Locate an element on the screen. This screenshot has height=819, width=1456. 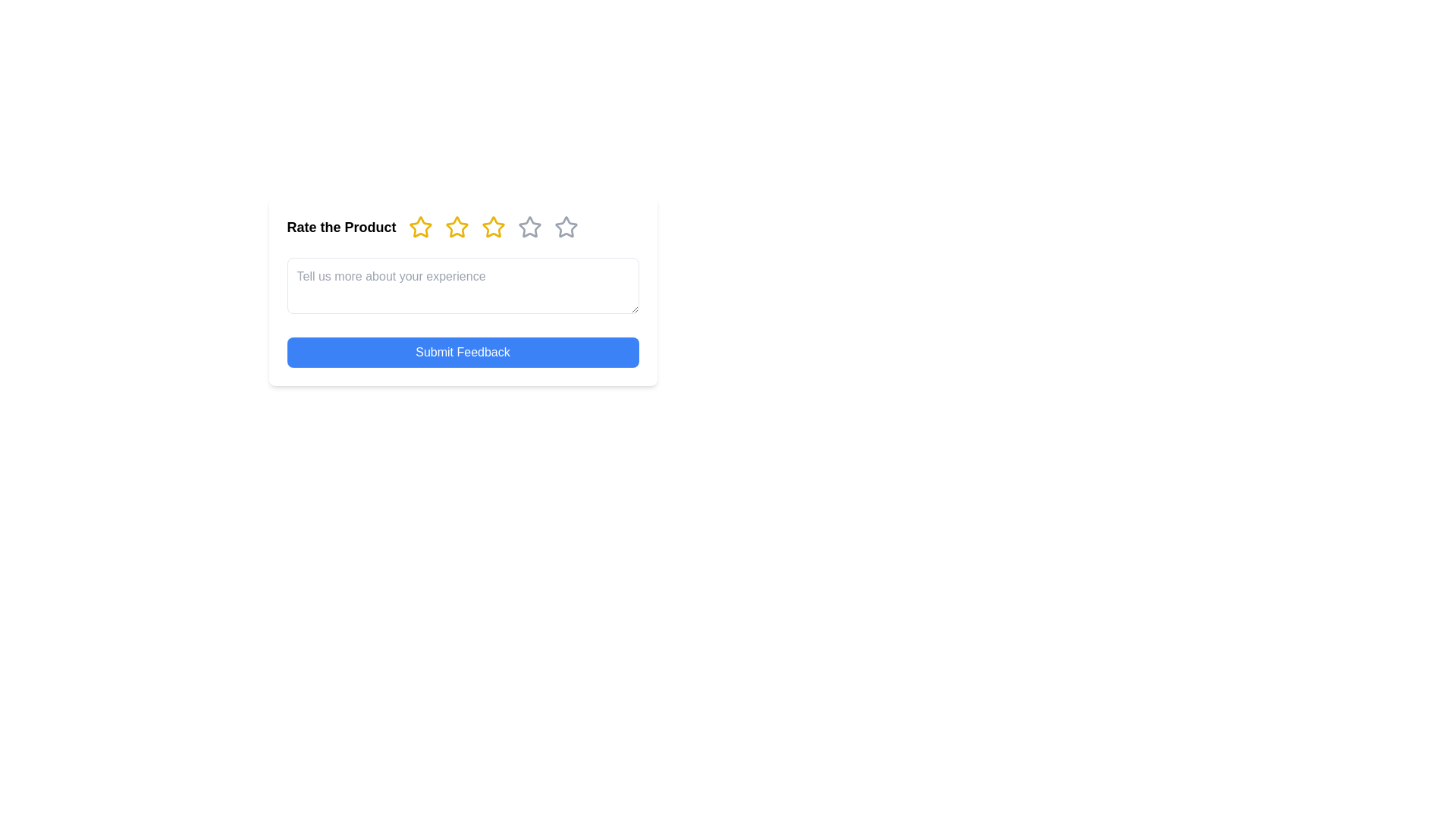
the fourth star icon in the rating row, which is outlined in gray and indicates an unselected state is located at coordinates (529, 227).